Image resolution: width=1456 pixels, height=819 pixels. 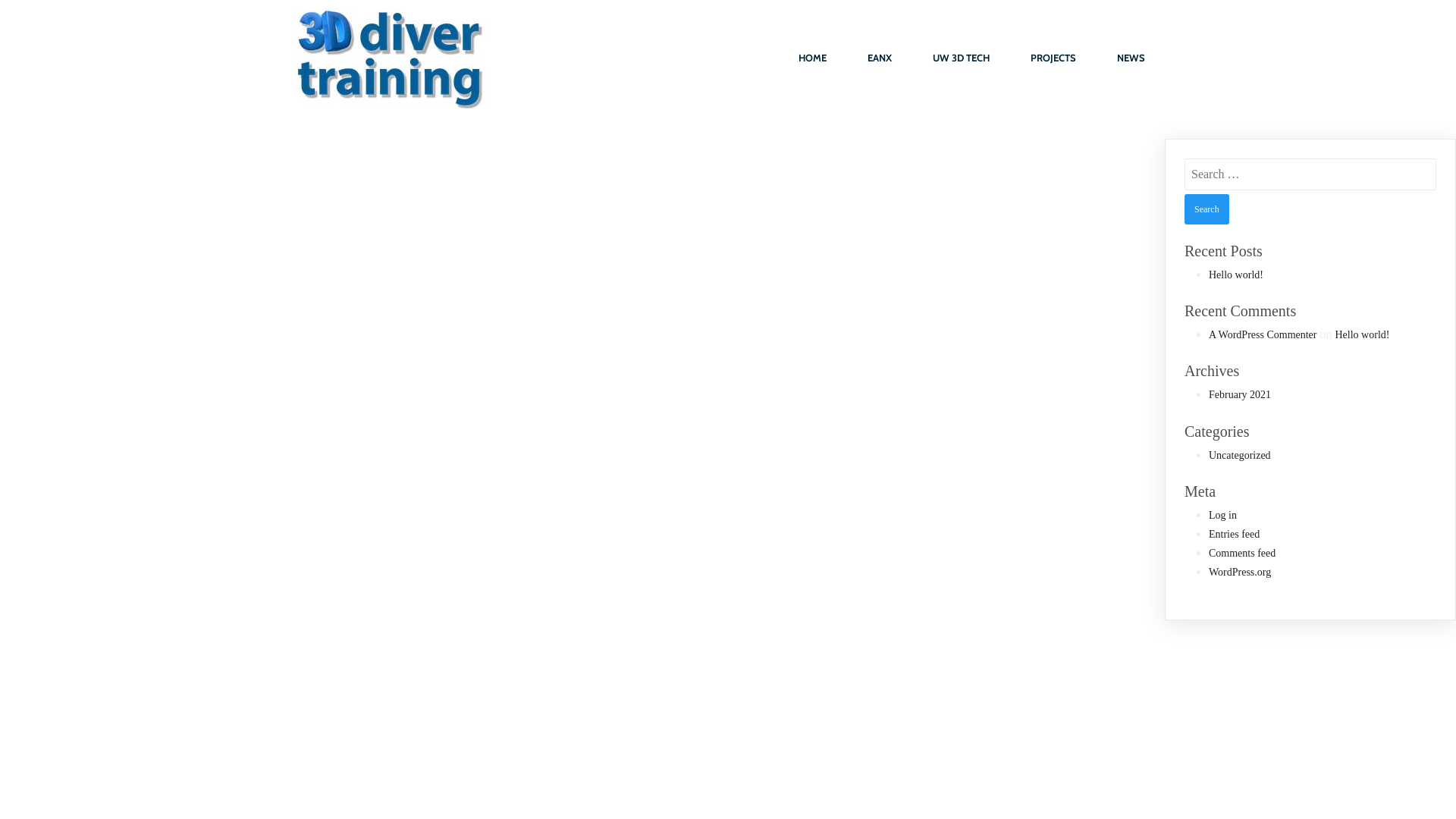 What do you see at coordinates (1234, 533) in the screenshot?
I see `'Entries feed'` at bounding box center [1234, 533].